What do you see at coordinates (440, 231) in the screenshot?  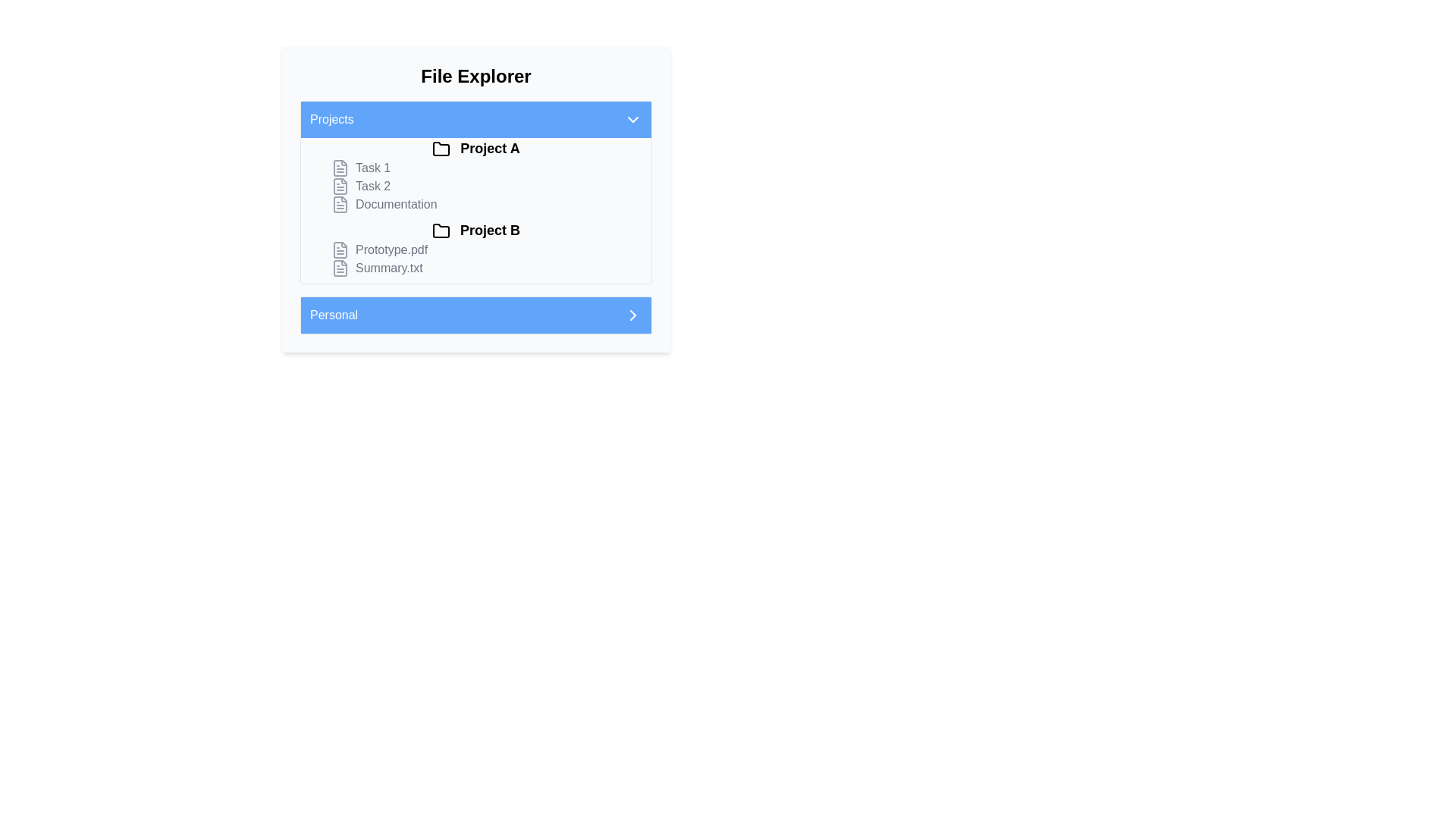 I see `the folder icon located to the left of the text 'Project B'` at bounding box center [440, 231].